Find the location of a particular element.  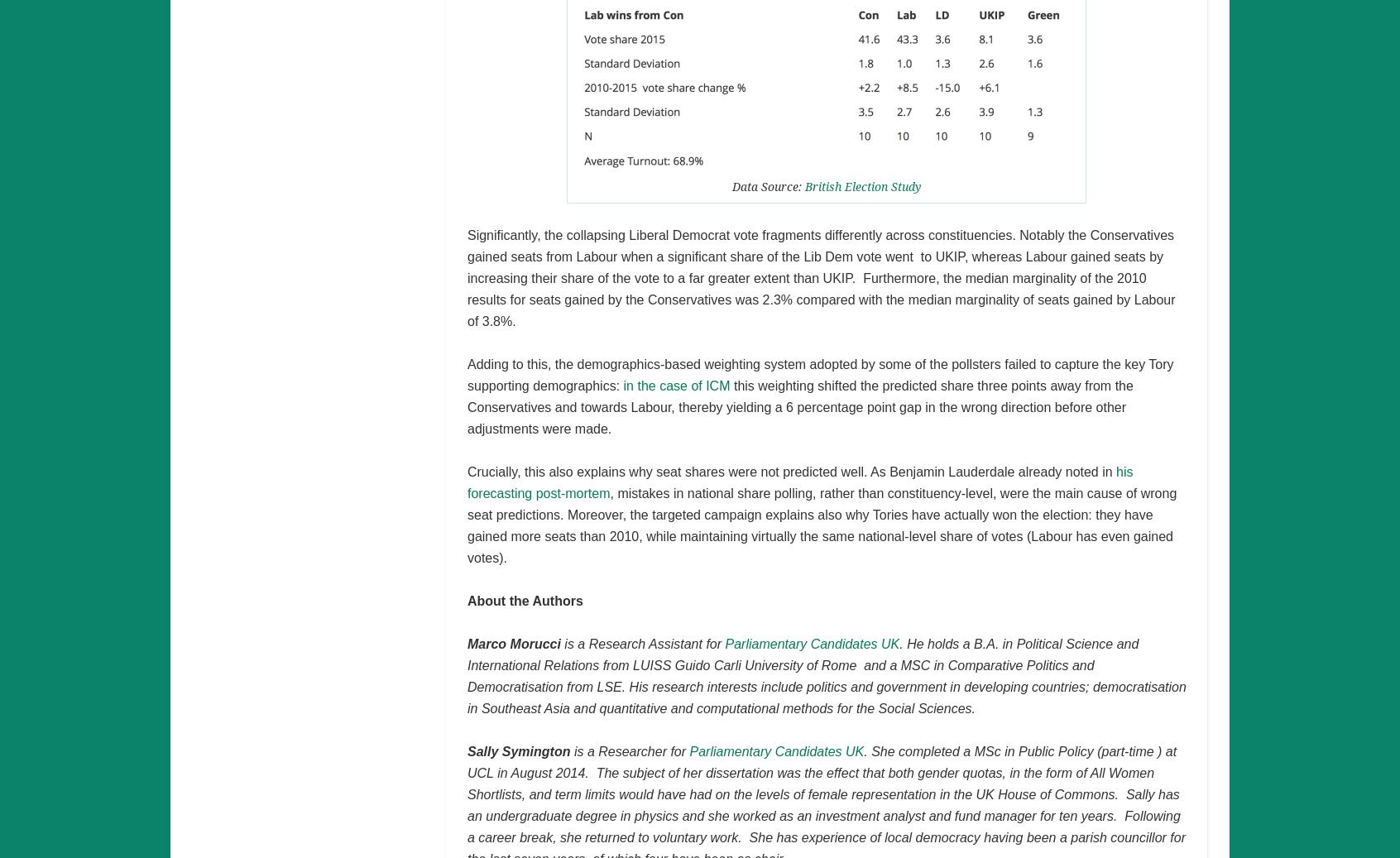

'. He' is located at coordinates (899, 643).